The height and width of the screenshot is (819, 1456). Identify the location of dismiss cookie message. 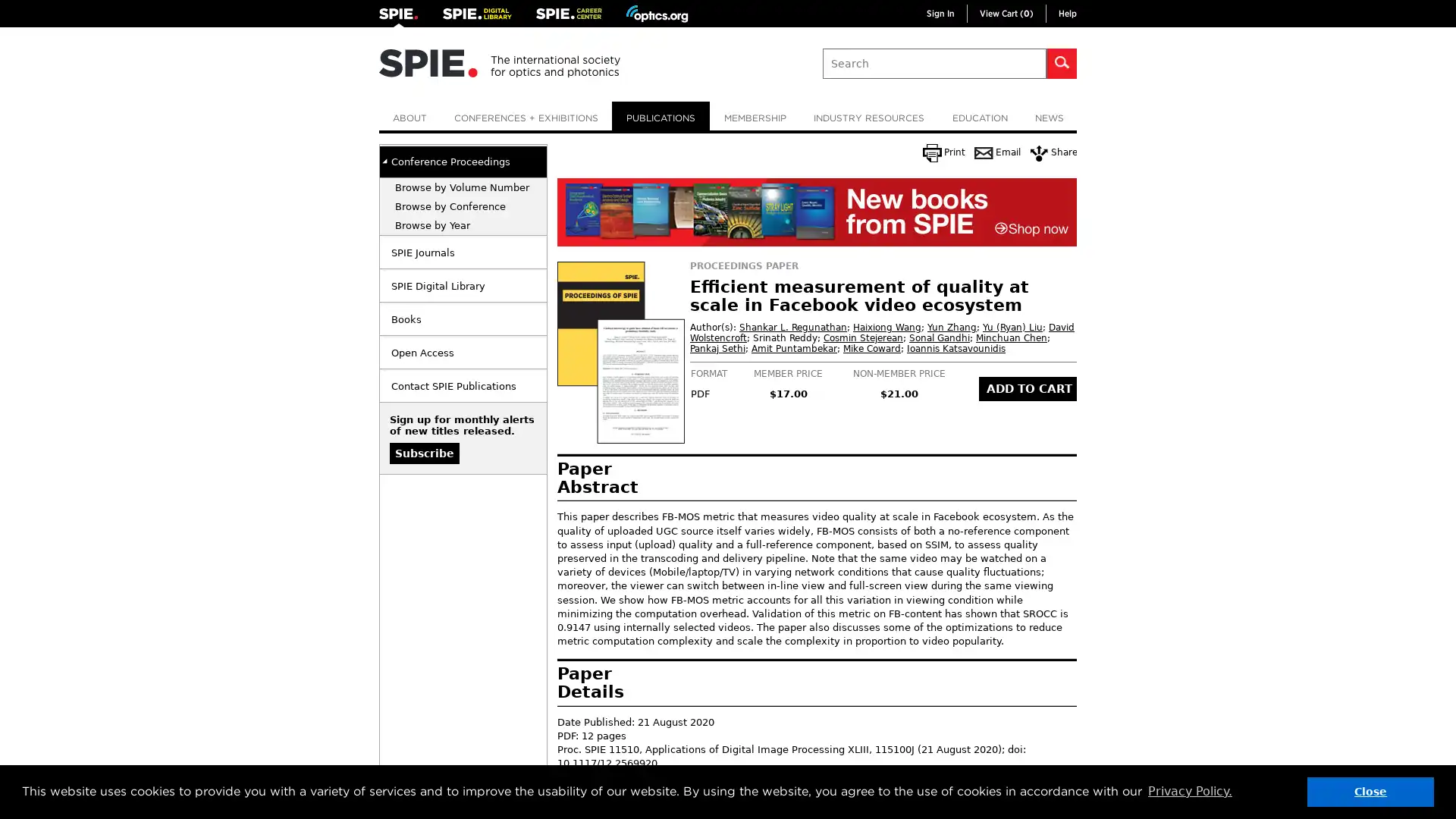
(1370, 791).